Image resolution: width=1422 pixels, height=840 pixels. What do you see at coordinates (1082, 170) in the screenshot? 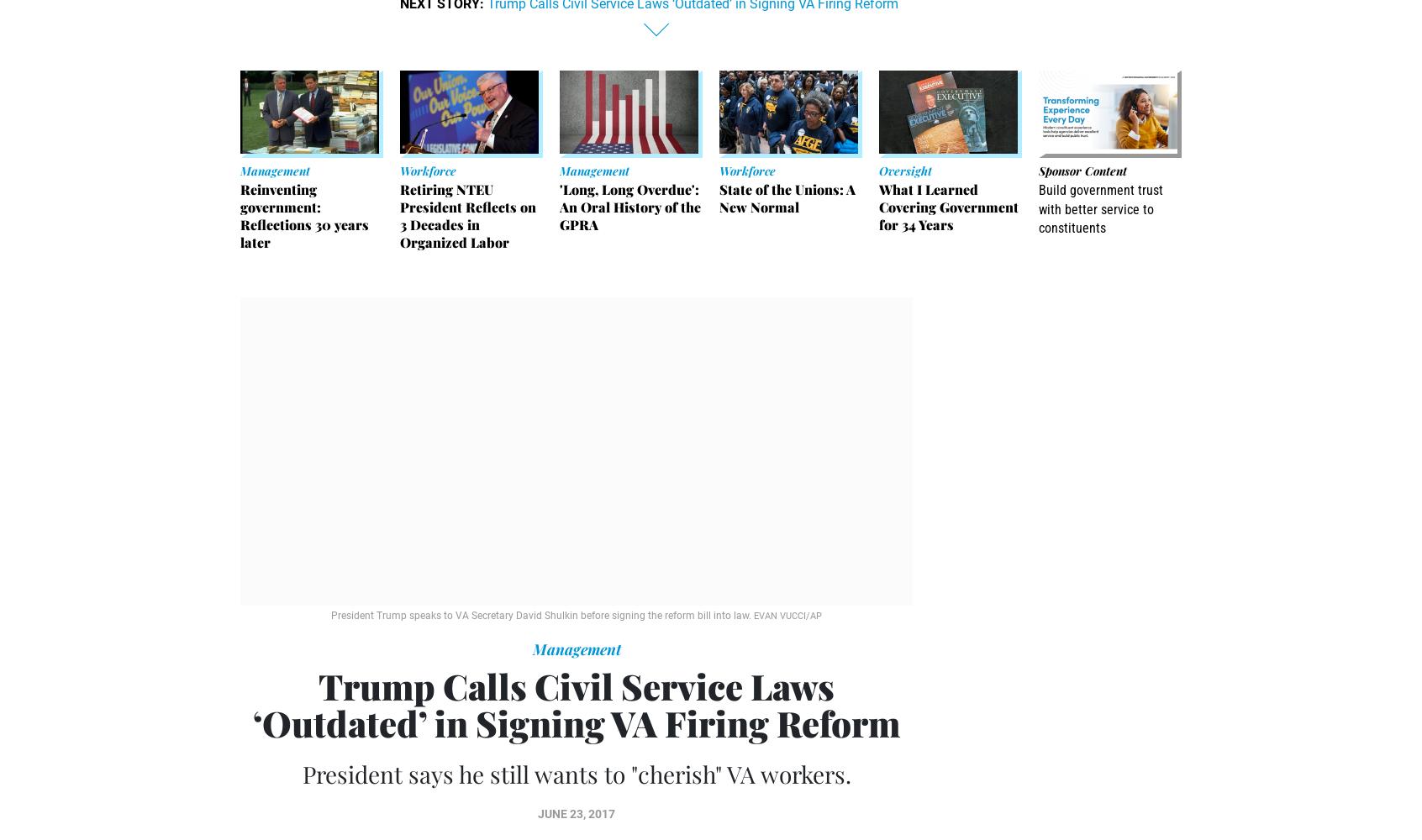
I see `'sponsor content'` at bounding box center [1082, 170].